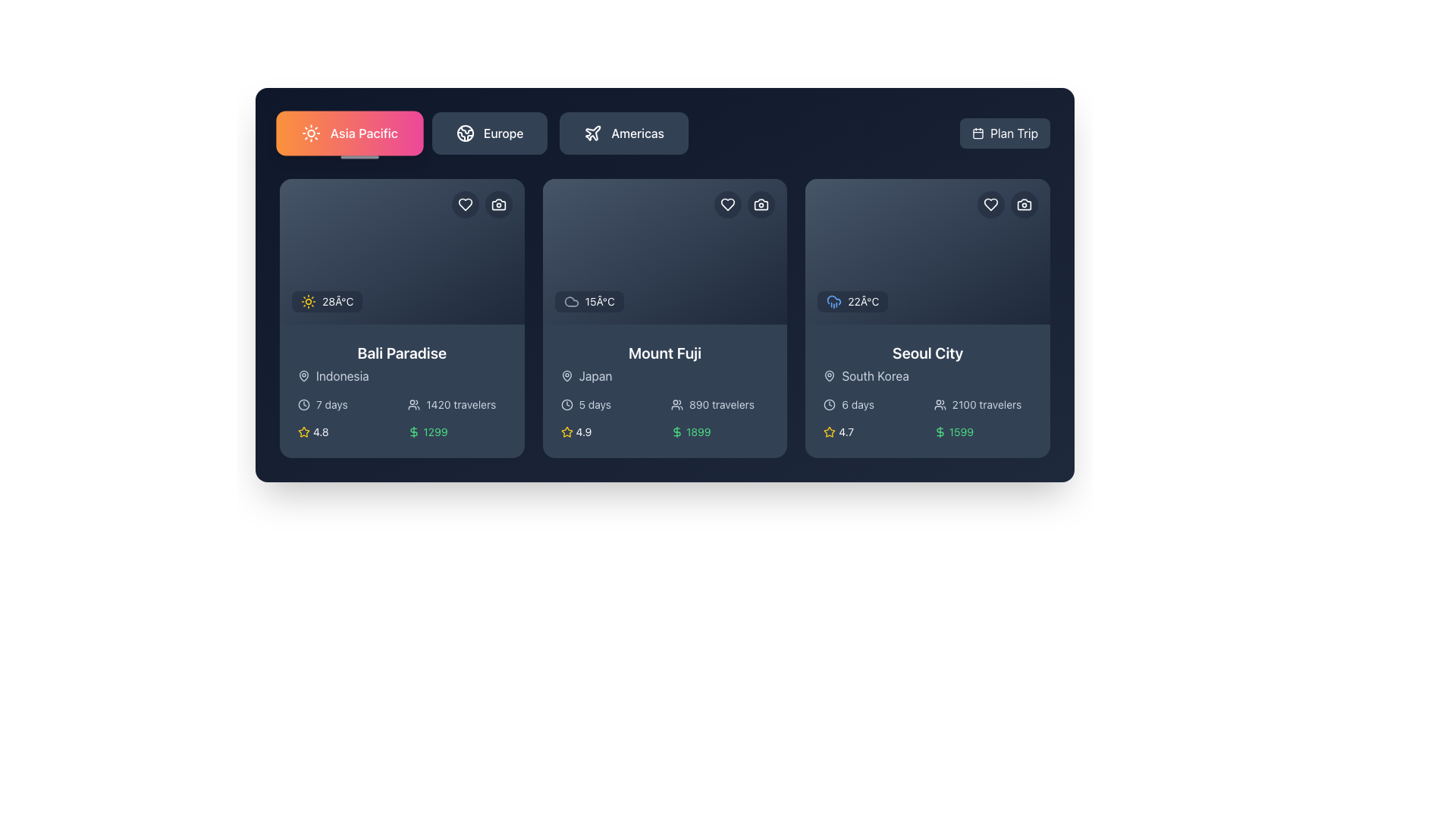 This screenshot has height=819, width=1456. Describe the element at coordinates (303, 431) in the screenshot. I see `the visual representation of the rating by interacting with the star icon located at the bottom of the 'Bali Paradise' card, specifically in the footer section` at that location.